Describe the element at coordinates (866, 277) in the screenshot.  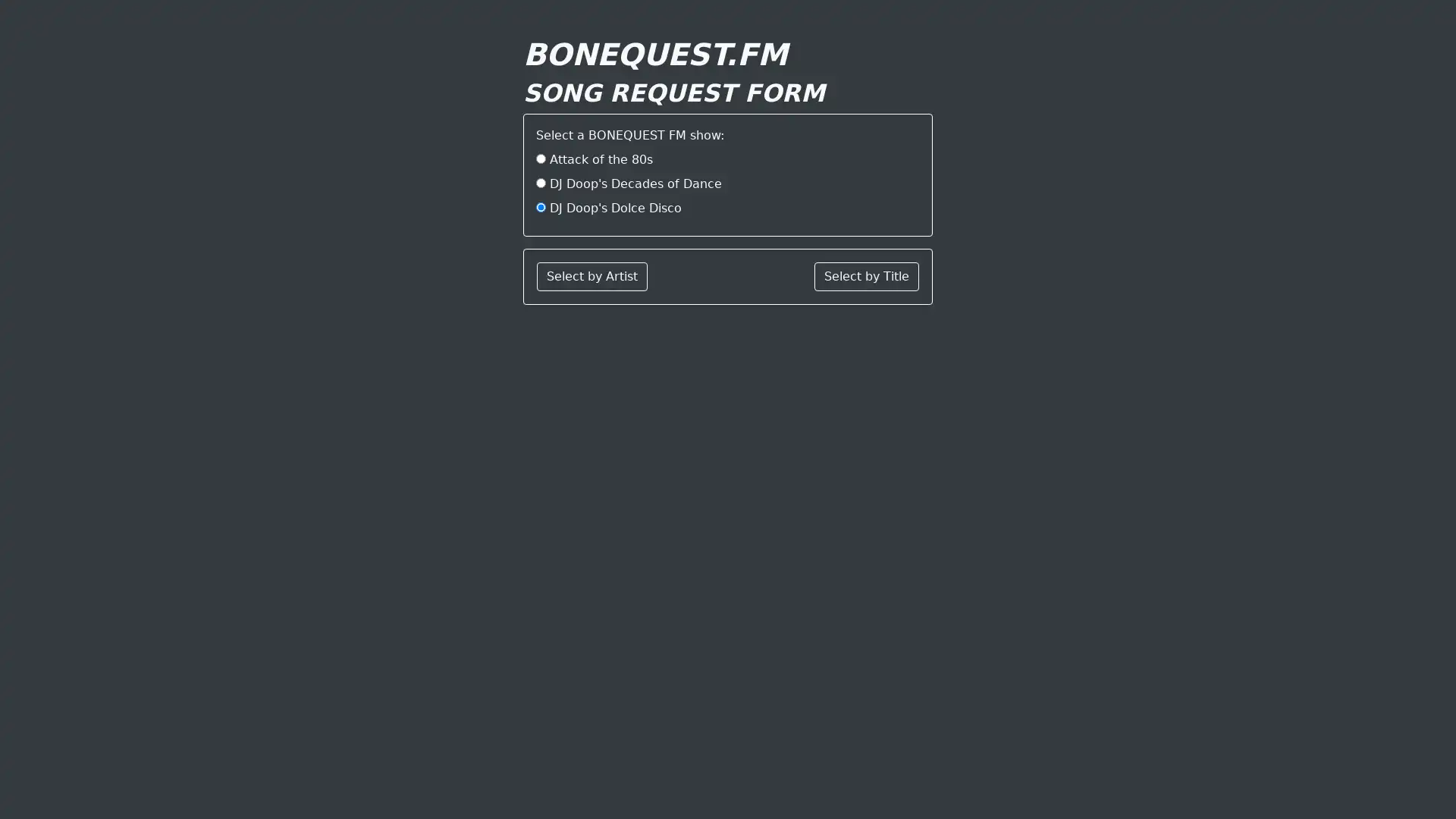
I see `Select by Title` at that location.